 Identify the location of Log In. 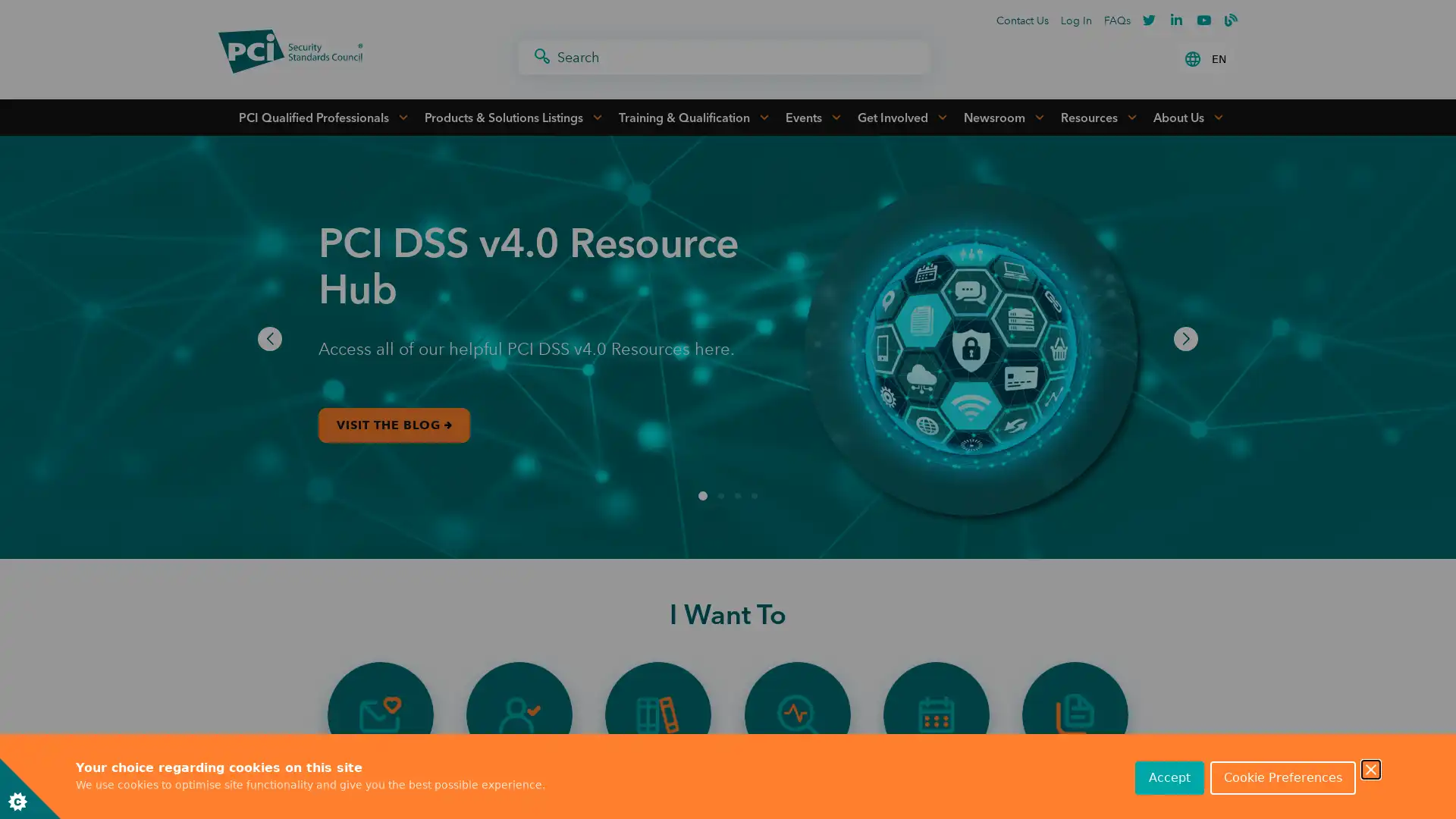
(1075, 20).